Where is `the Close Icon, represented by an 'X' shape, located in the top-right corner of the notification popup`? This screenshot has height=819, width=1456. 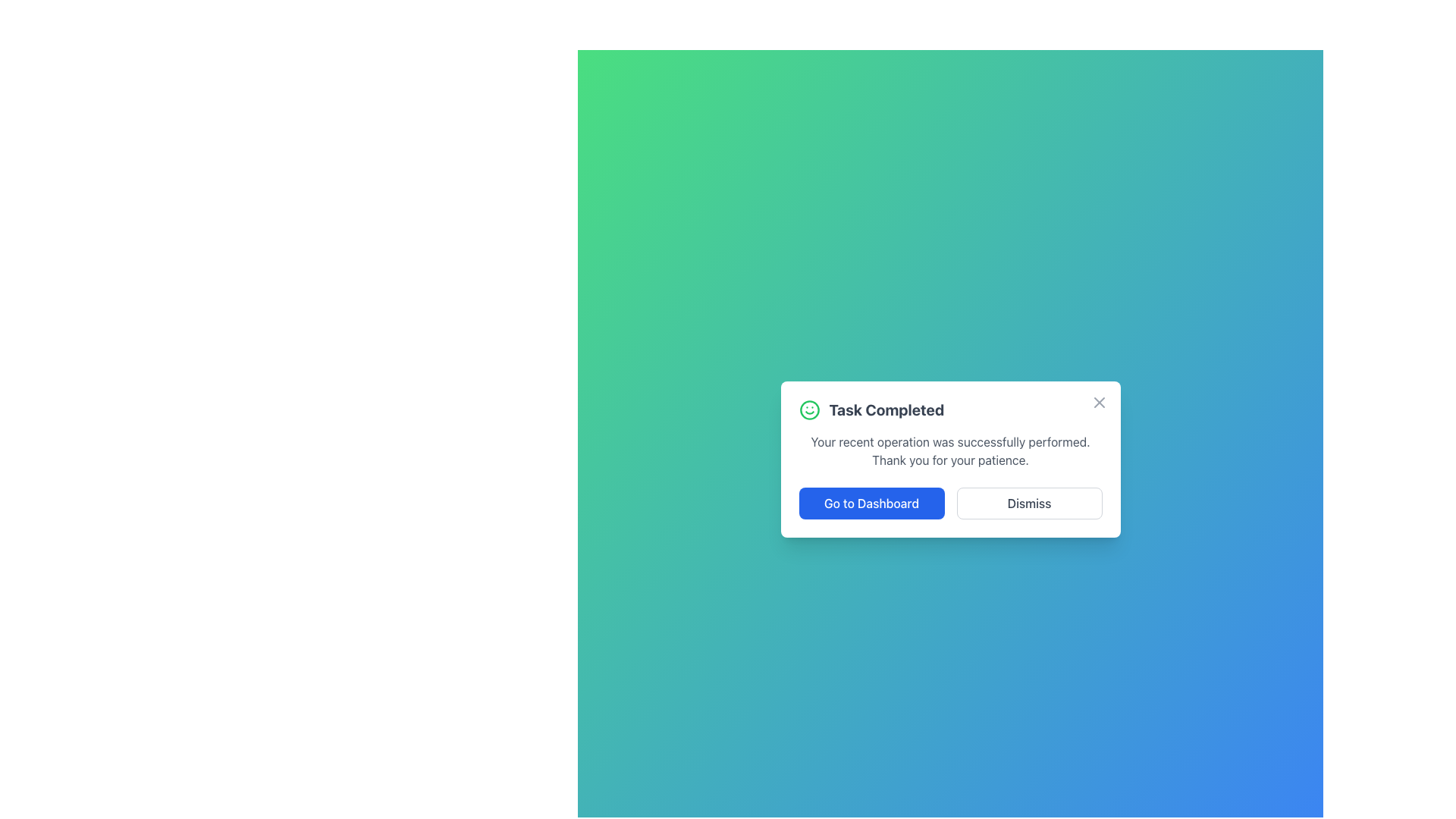
the Close Icon, represented by an 'X' shape, located in the top-right corner of the notification popup is located at coordinates (1099, 402).